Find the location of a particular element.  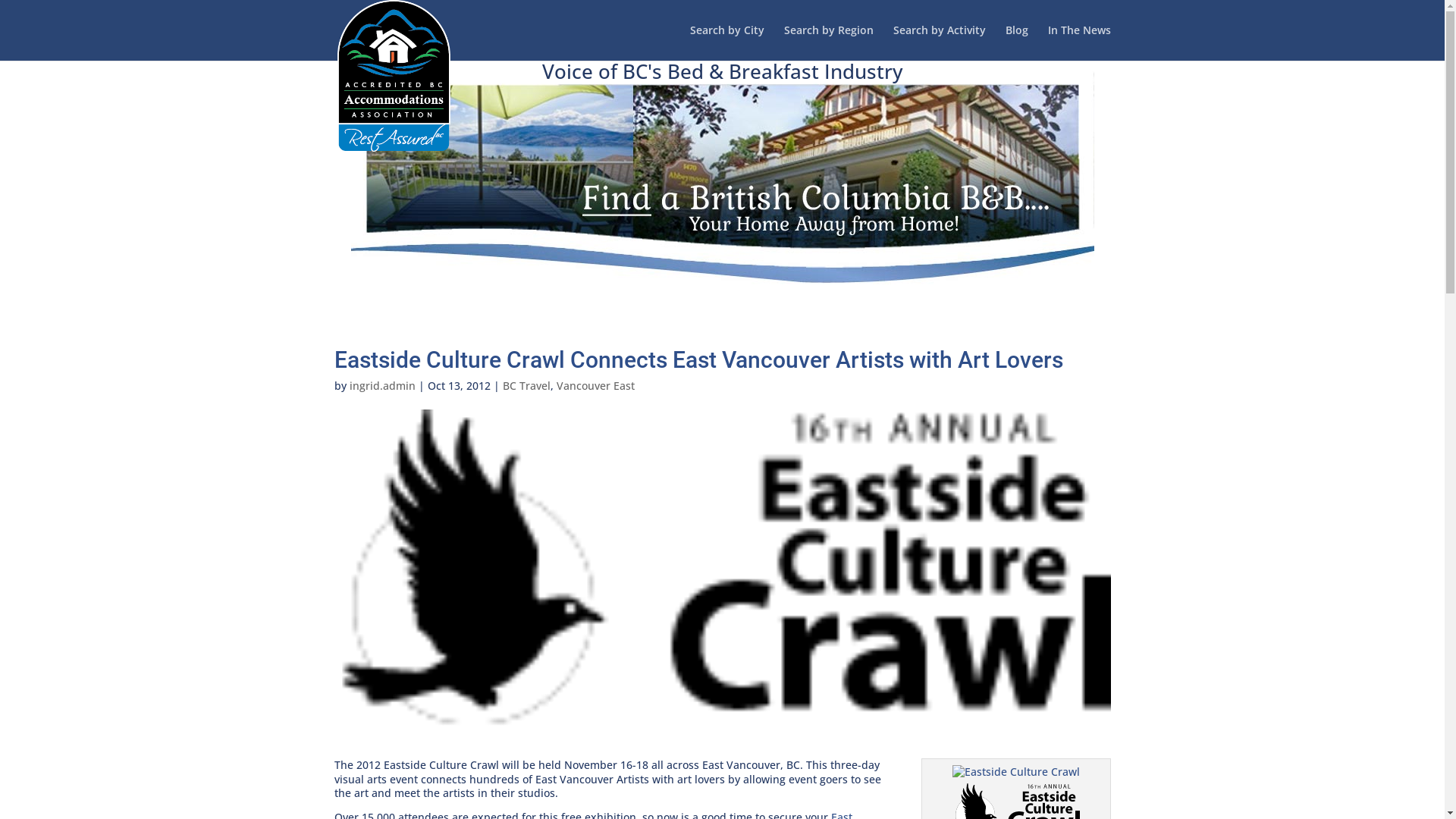

'ingrid.admin' is located at coordinates (348, 384).